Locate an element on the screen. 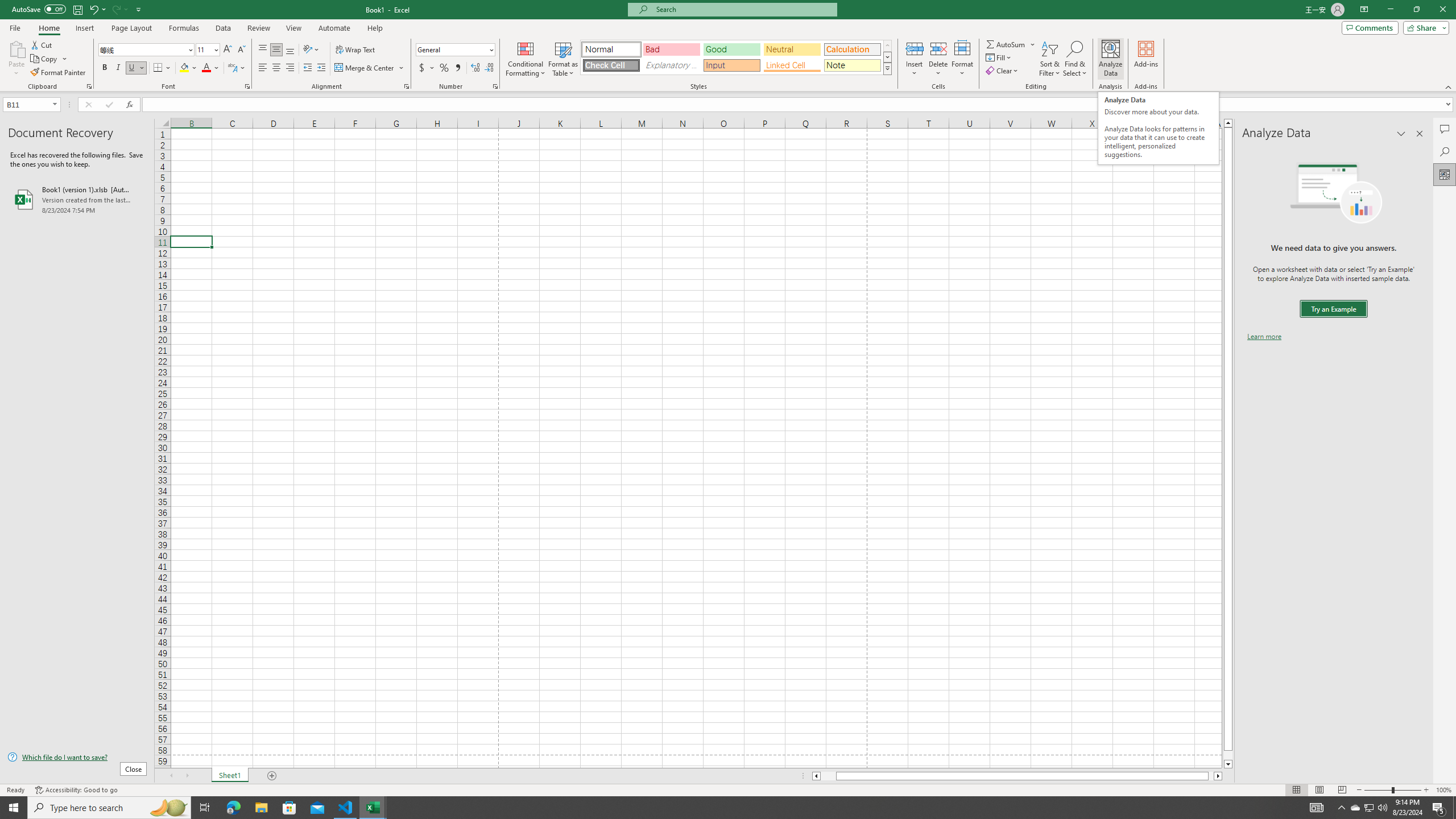 This screenshot has height=819, width=1456. 'Delete' is located at coordinates (937, 59).